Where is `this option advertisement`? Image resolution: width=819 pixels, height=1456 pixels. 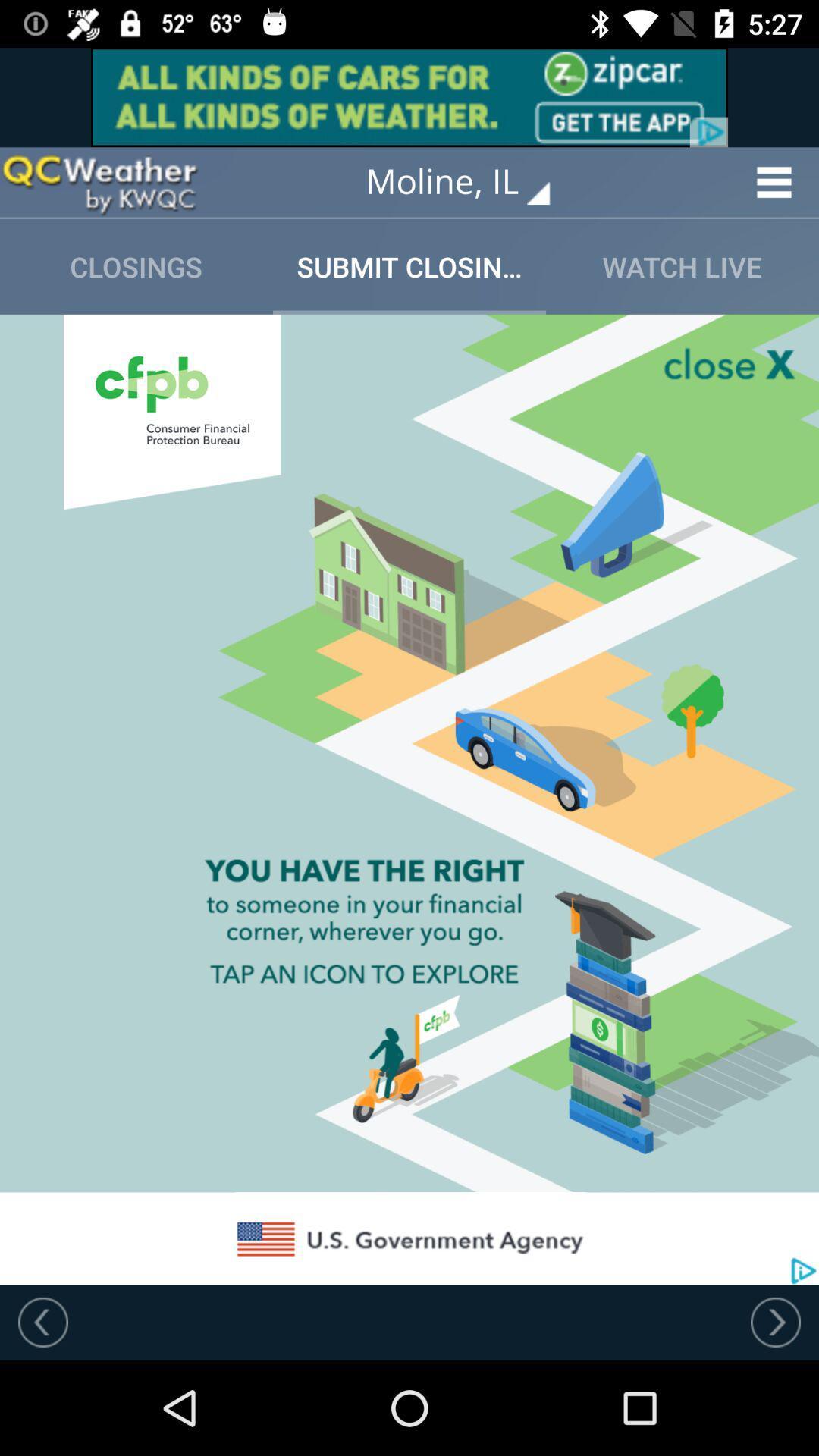 this option advertisement is located at coordinates (99, 182).